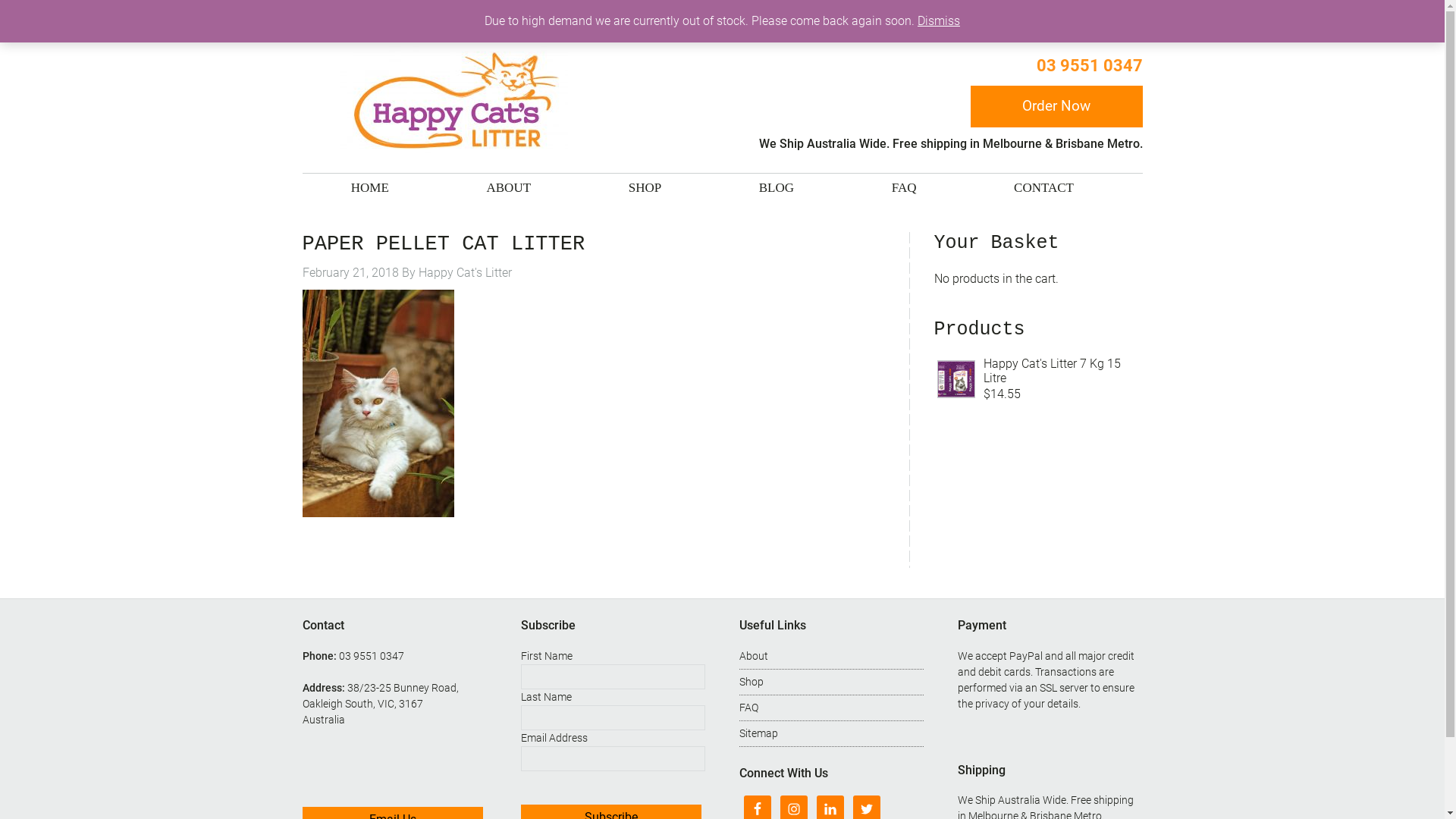 This screenshot has height=819, width=1456. What do you see at coordinates (743, 187) in the screenshot?
I see `'BLOG'` at bounding box center [743, 187].